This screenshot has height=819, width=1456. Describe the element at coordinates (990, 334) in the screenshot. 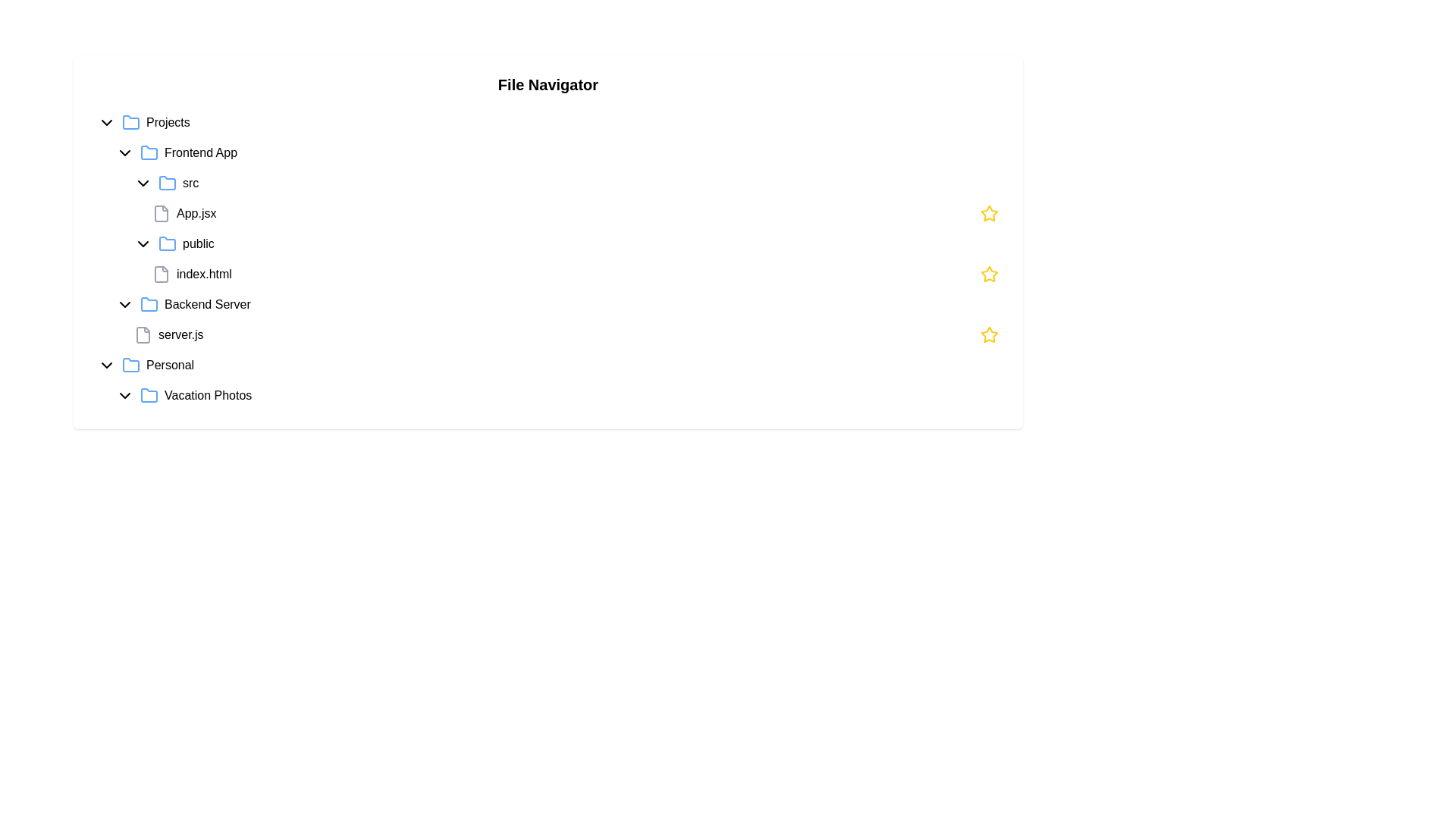

I see `the star icon located at the far right side of the row near the text 'server.js'` at that location.